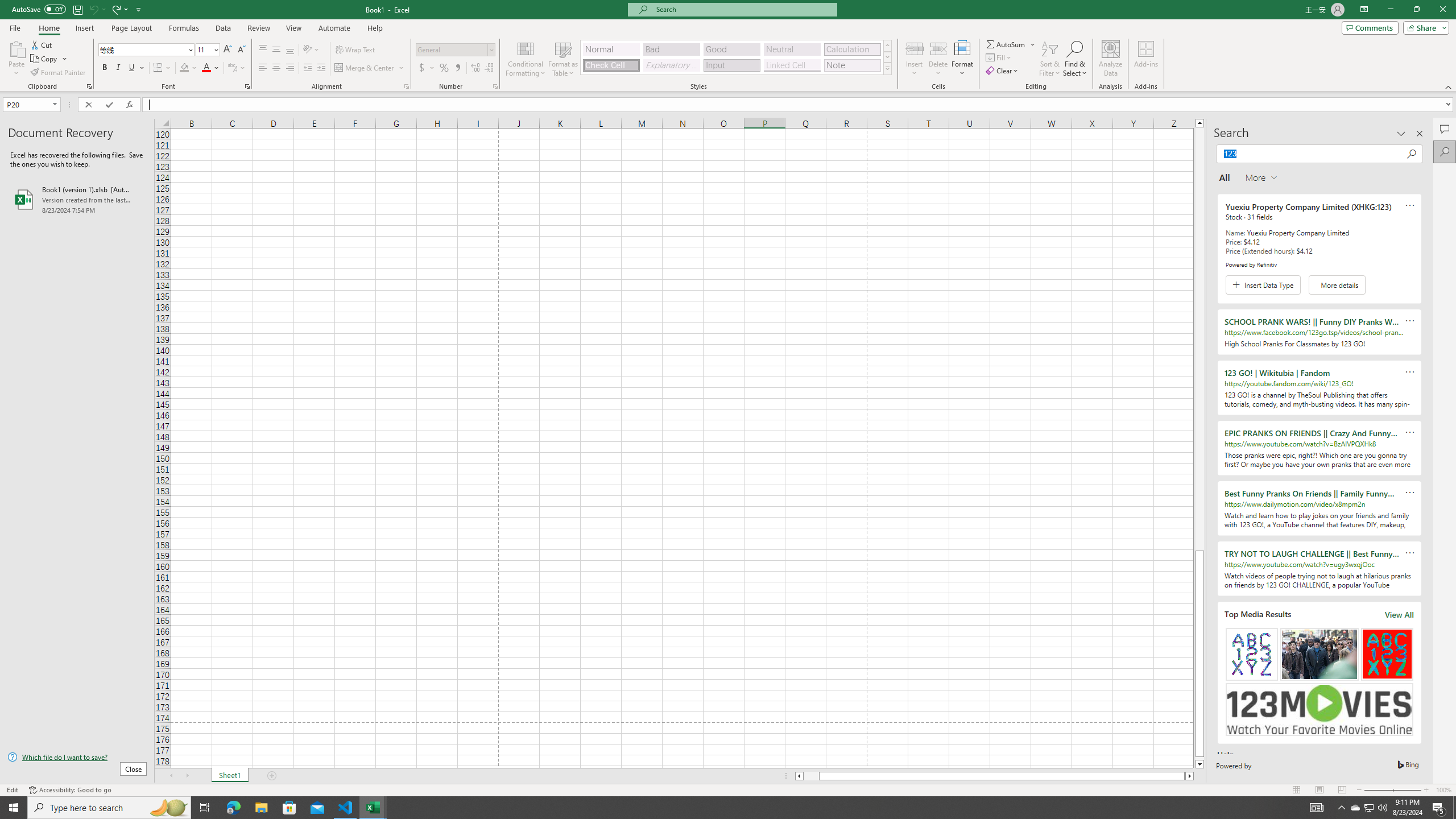 The height and width of the screenshot is (819, 1456). What do you see at coordinates (737, 57) in the screenshot?
I see `'AutomationID: CellStylesGallery'` at bounding box center [737, 57].